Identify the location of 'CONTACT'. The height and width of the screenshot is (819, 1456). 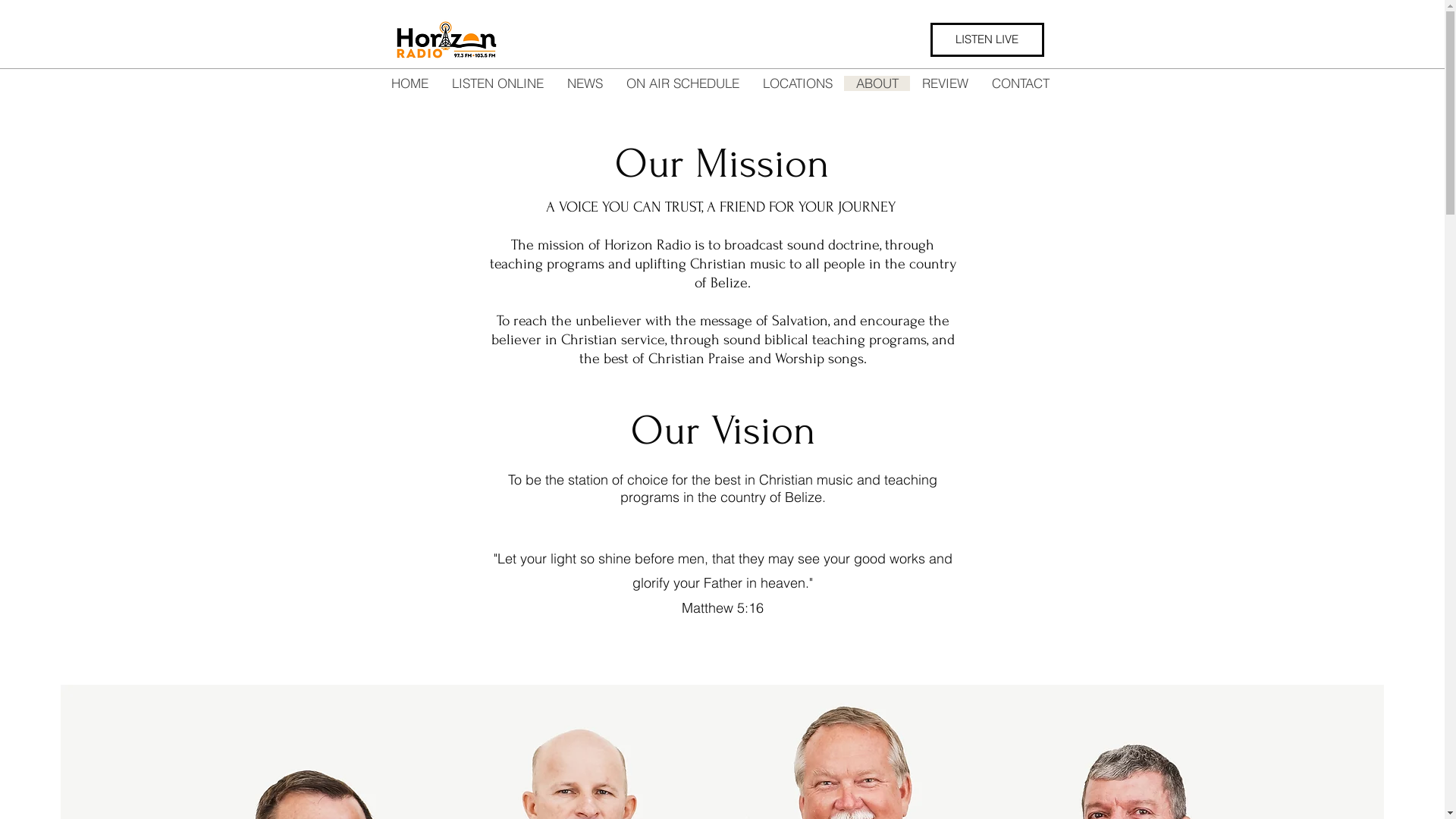
(1020, 83).